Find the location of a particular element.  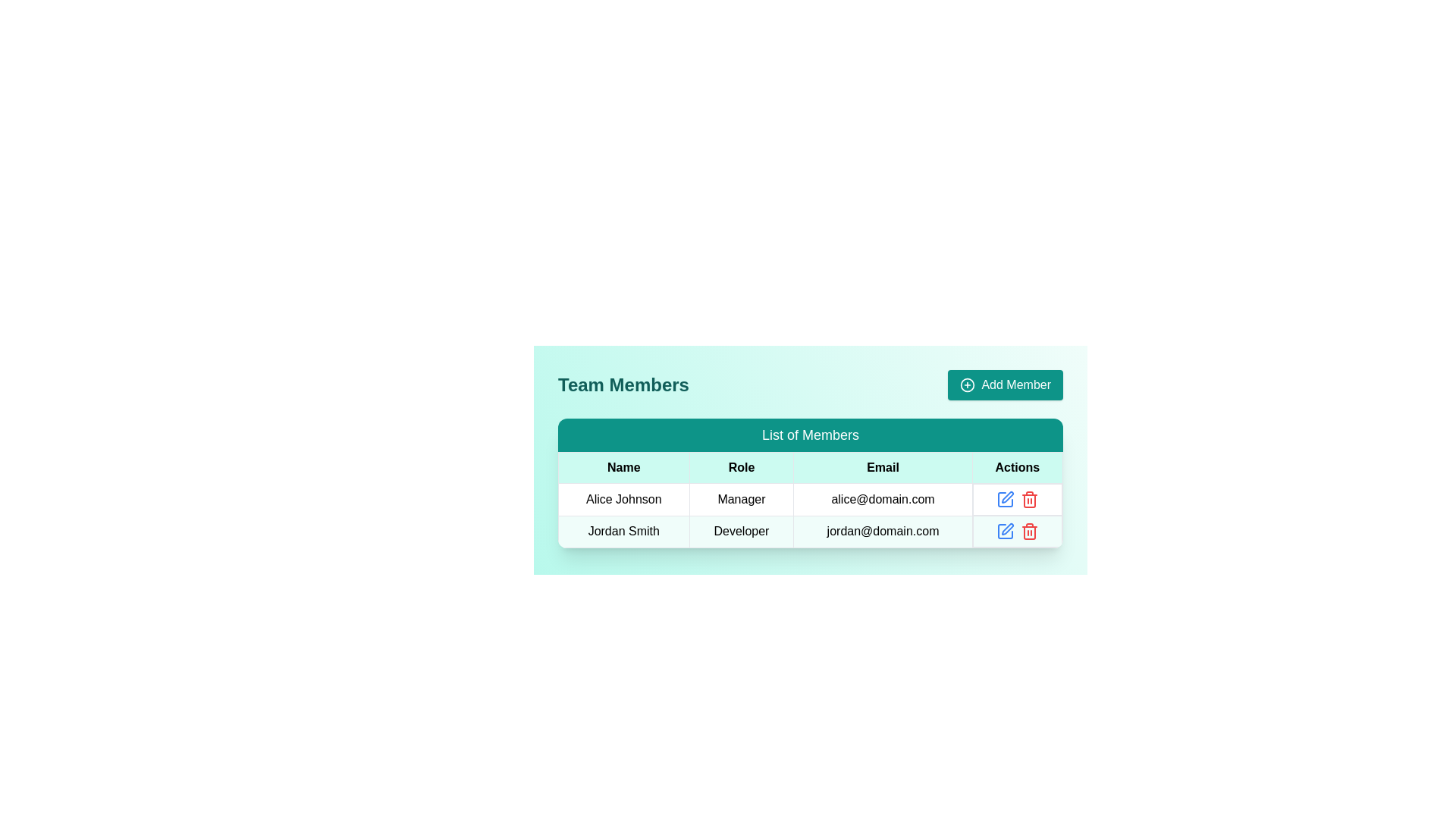

the 'Team Members' text label, which is styled in bold teal font and located in the header section, to the left of the 'Add Member' button is located at coordinates (623, 384).